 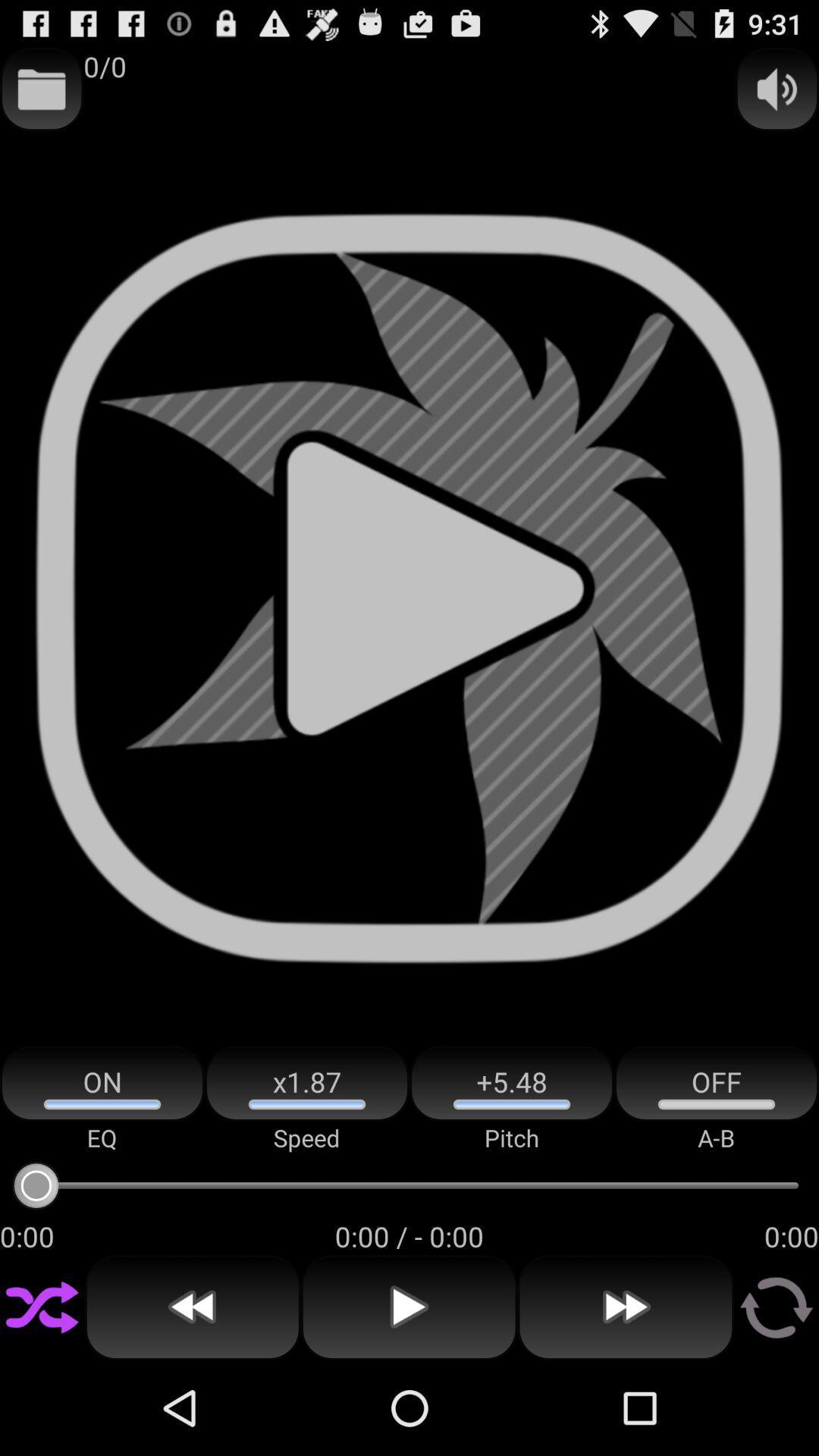 What do you see at coordinates (626, 1398) in the screenshot?
I see `the av_forward icon` at bounding box center [626, 1398].